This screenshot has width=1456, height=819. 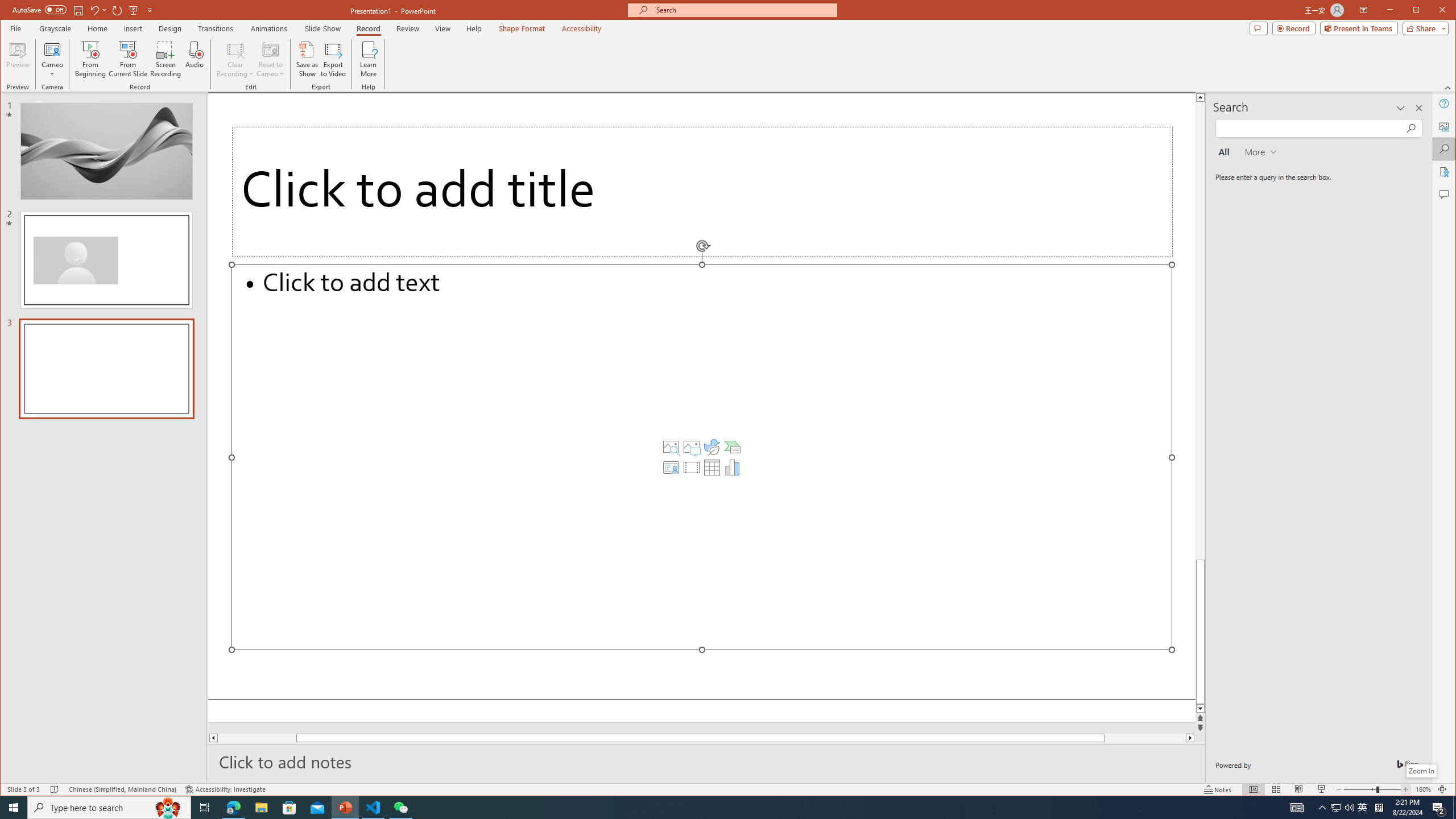 What do you see at coordinates (732, 446) in the screenshot?
I see `'Insert a SmartArt Graphic'` at bounding box center [732, 446].